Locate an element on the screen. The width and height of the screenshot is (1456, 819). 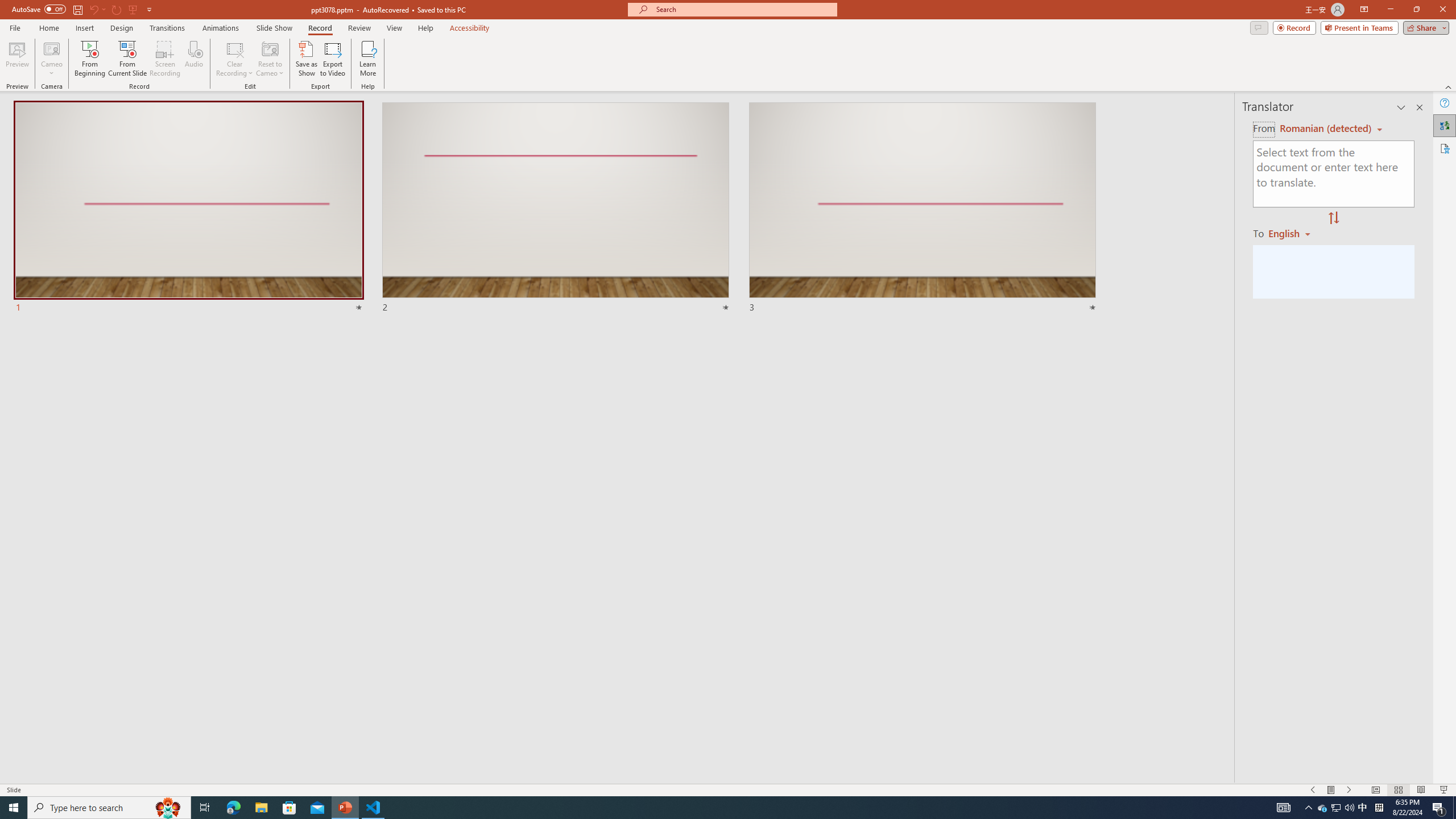
'Czech (detected)' is located at coordinates (1323, 128).